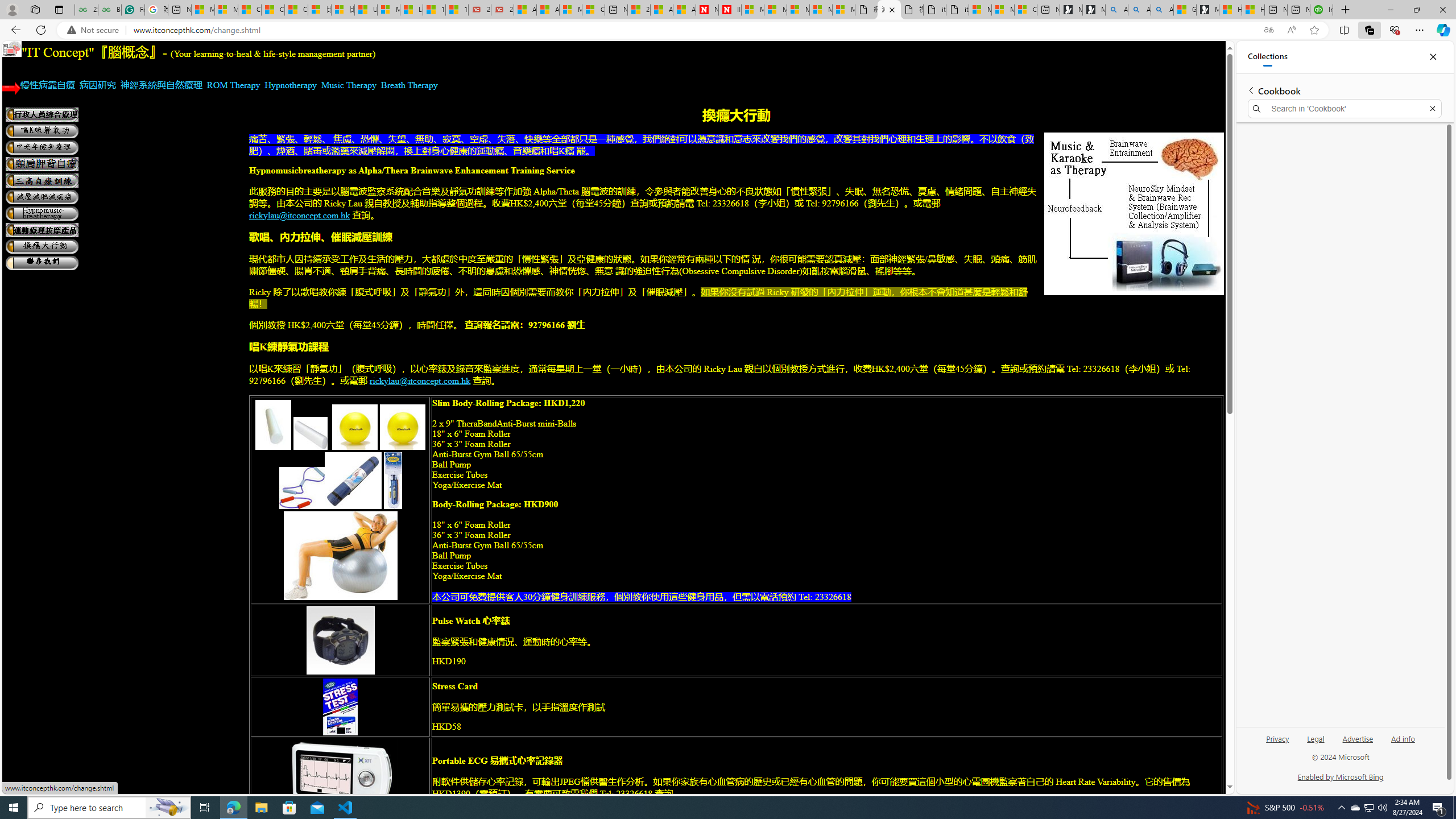 The image size is (1456, 819). What do you see at coordinates (1314, 742) in the screenshot?
I see `'Legal'` at bounding box center [1314, 742].